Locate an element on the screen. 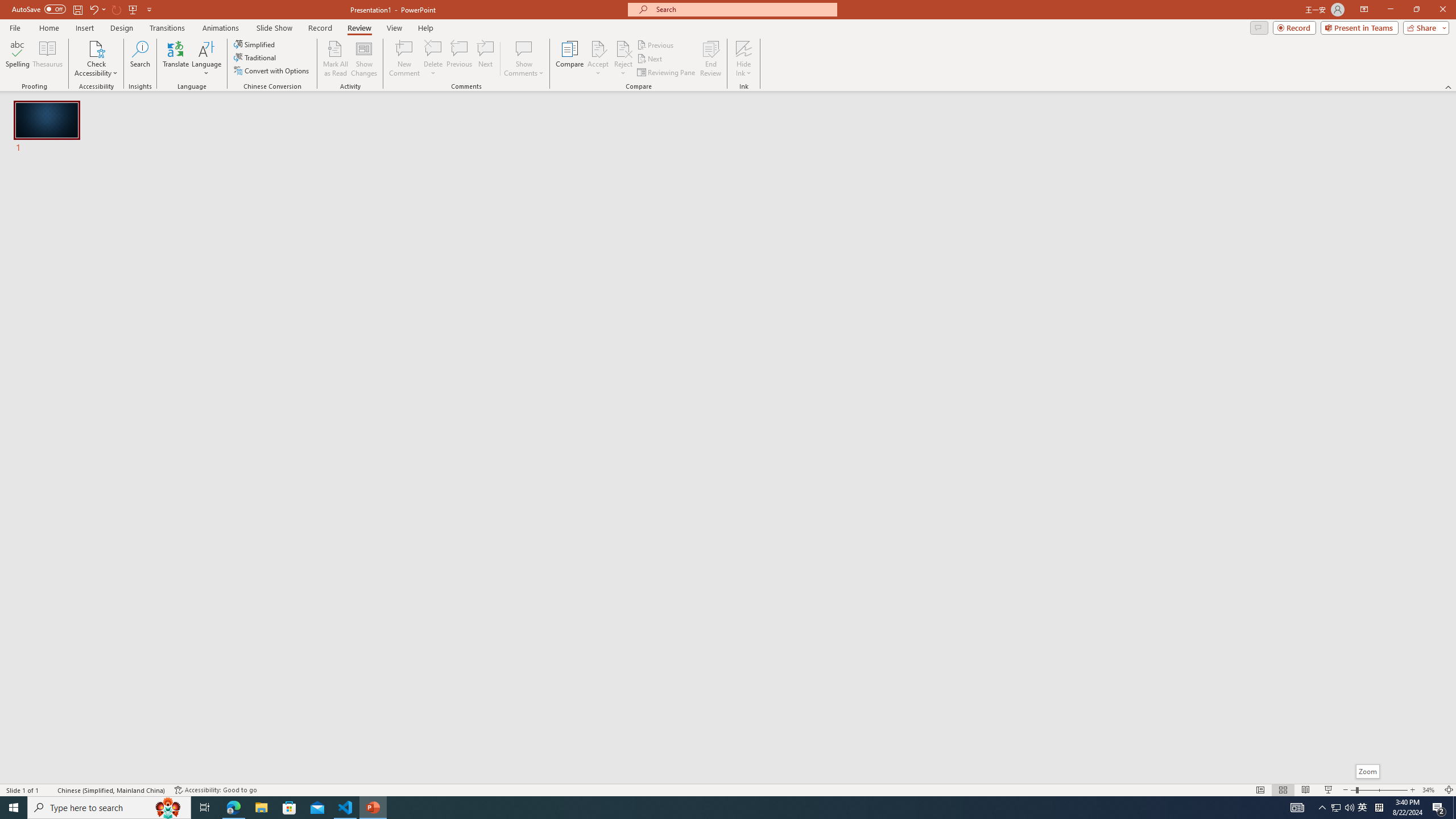 This screenshot has height=819, width=1456. 'Thesaurus...' is located at coordinates (47, 59).